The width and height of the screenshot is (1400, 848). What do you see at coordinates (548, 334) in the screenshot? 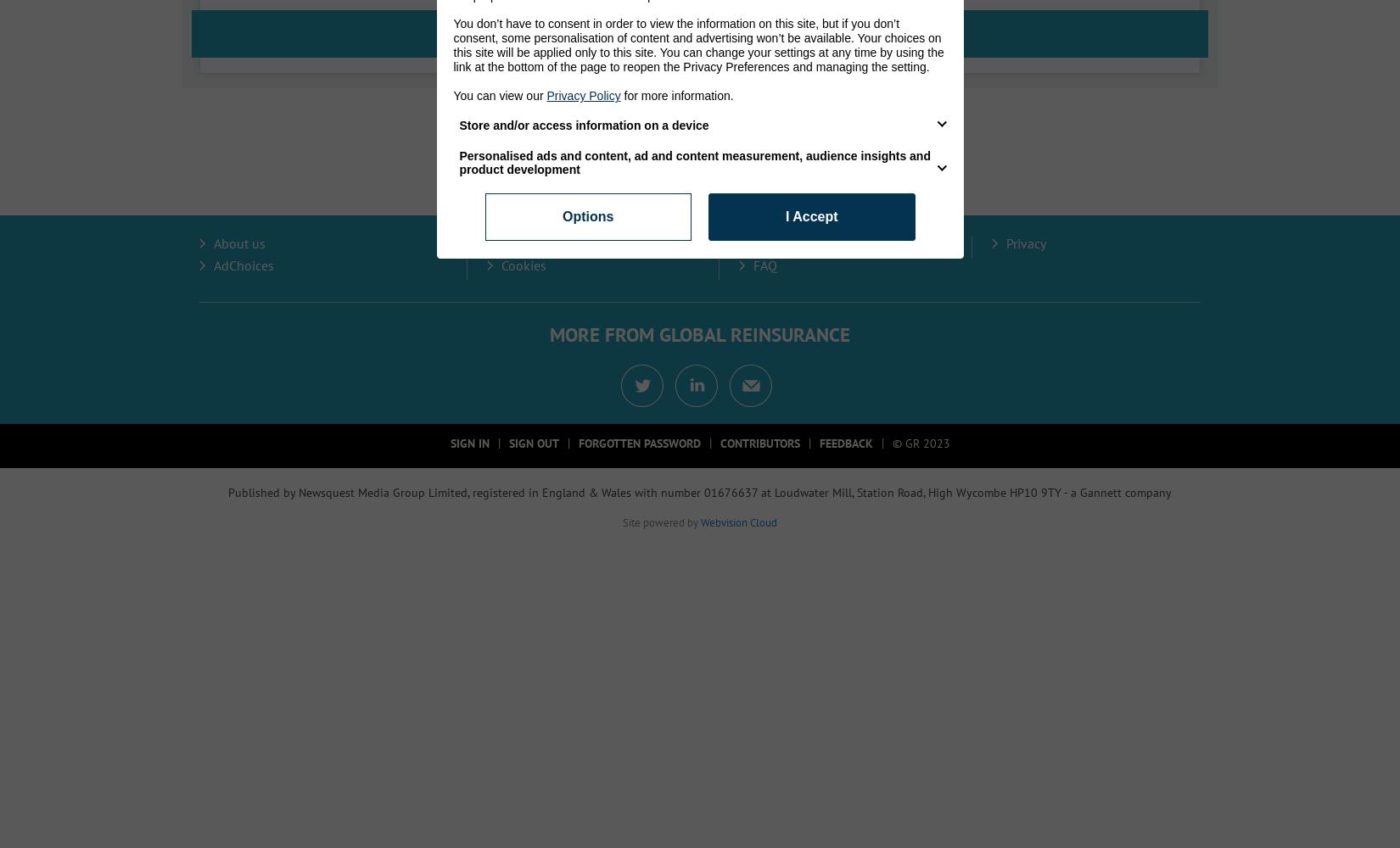
I see `'More from Global Reinsurance'` at bounding box center [548, 334].